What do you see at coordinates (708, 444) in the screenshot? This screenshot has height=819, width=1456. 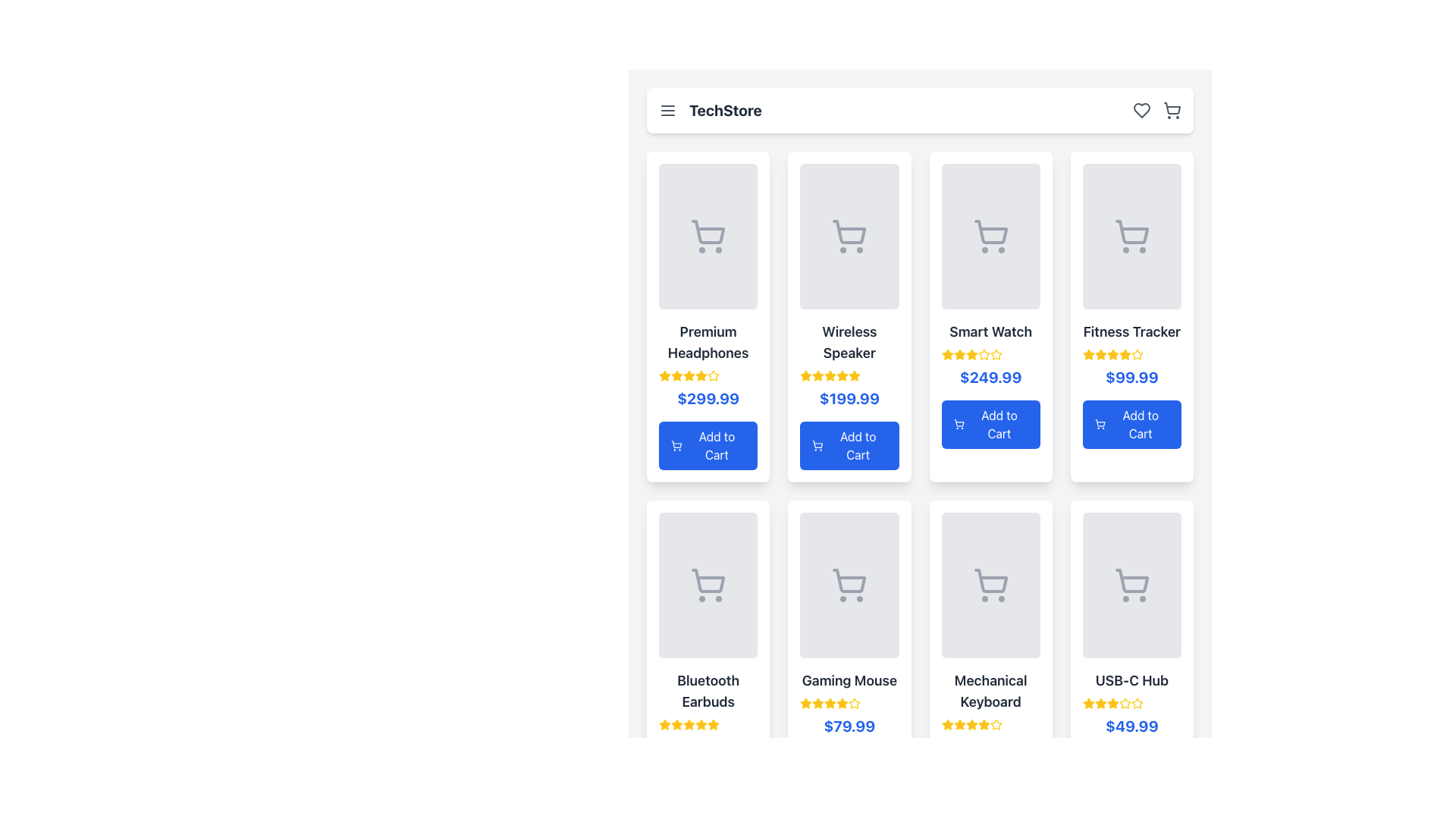 I see `the 'Add to Cart' button, a blue rectangular button with rounded corners featuring white text and a shopping cart icon, located at the bottom of the 'Premium Headphones' product card` at bounding box center [708, 444].